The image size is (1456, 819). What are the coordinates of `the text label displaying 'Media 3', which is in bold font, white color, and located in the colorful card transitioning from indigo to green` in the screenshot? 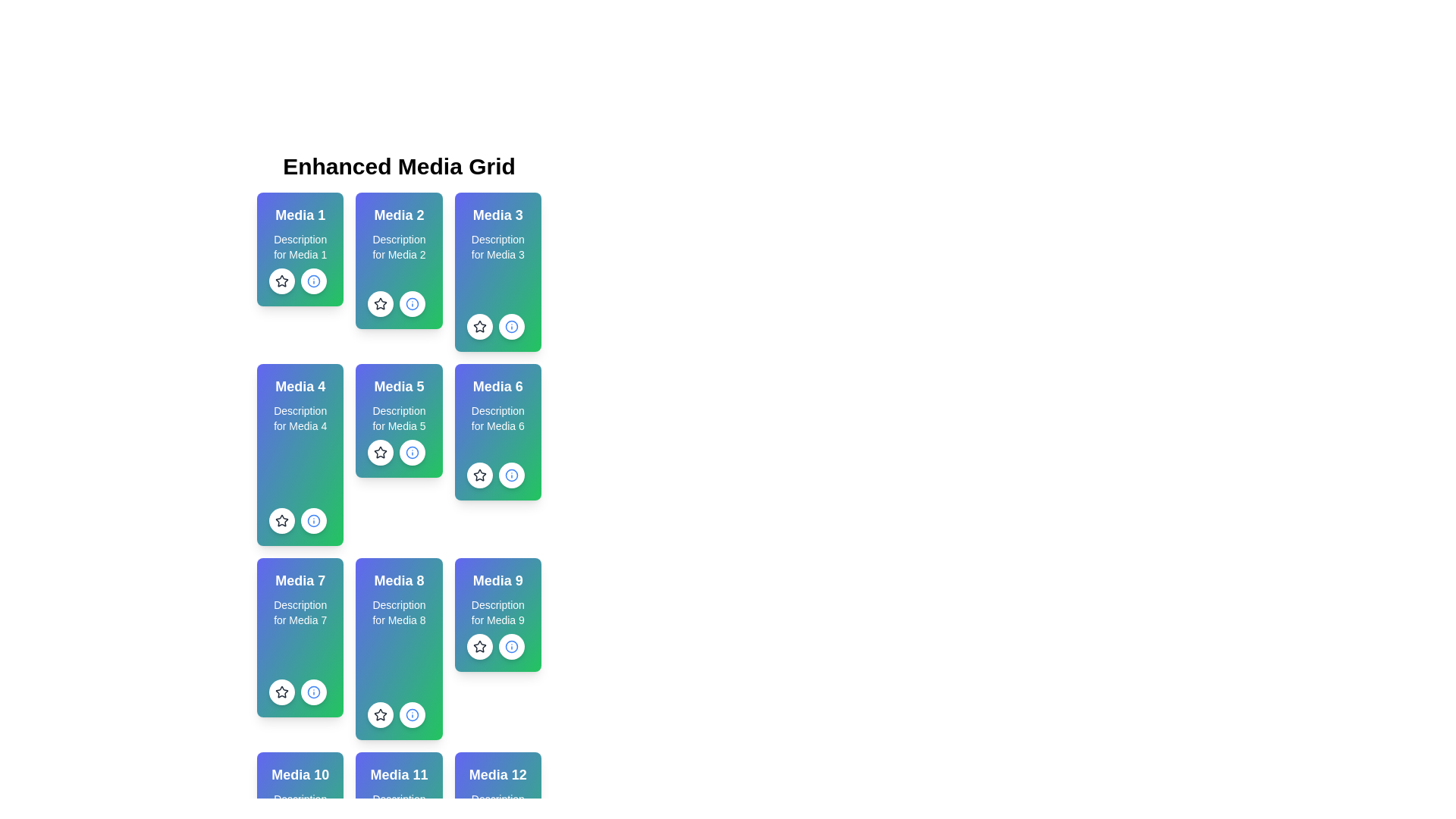 It's located at (497, 215).